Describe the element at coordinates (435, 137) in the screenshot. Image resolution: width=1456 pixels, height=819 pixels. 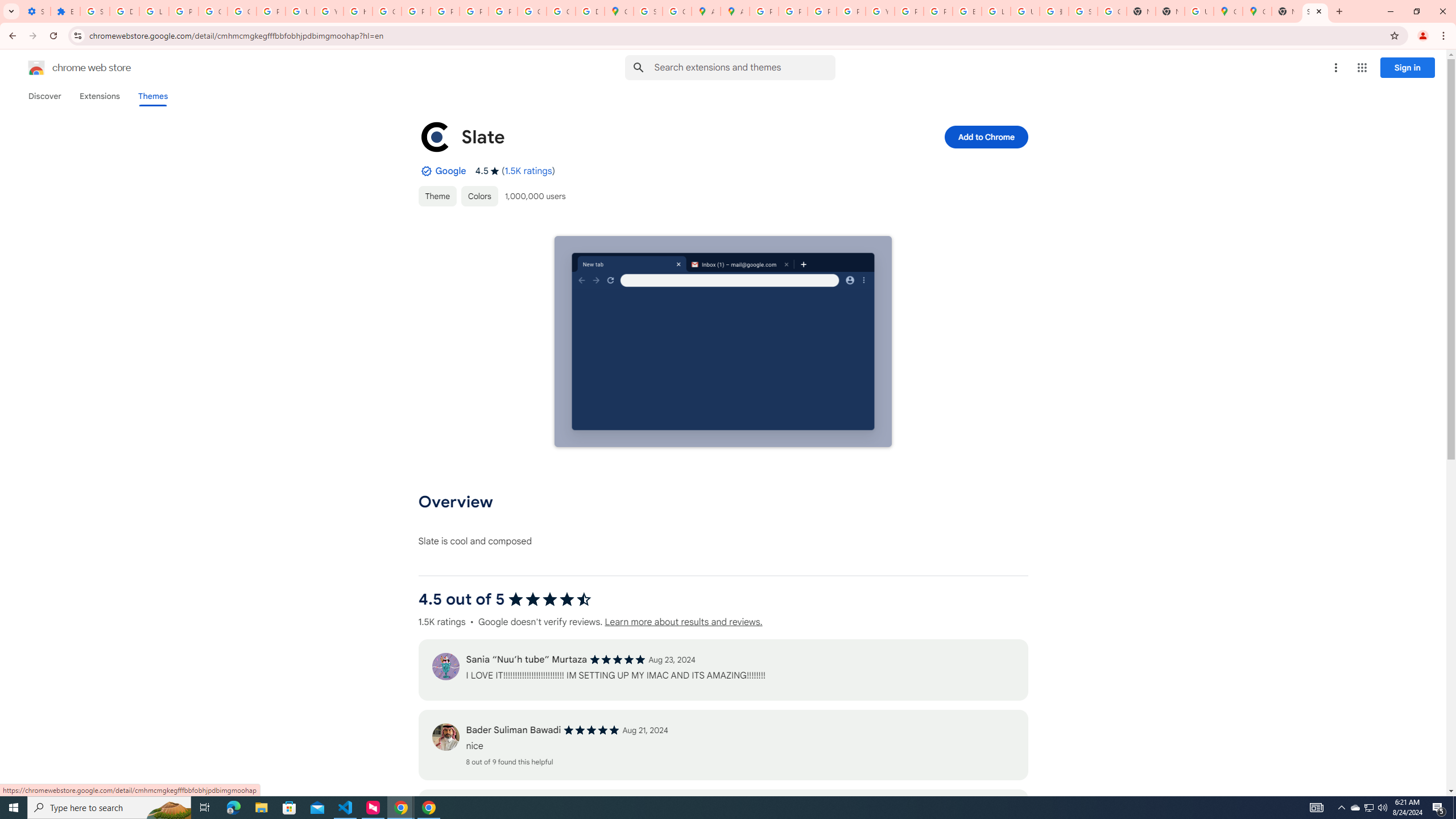
I see `'Item logo image for Slate'` at that location.